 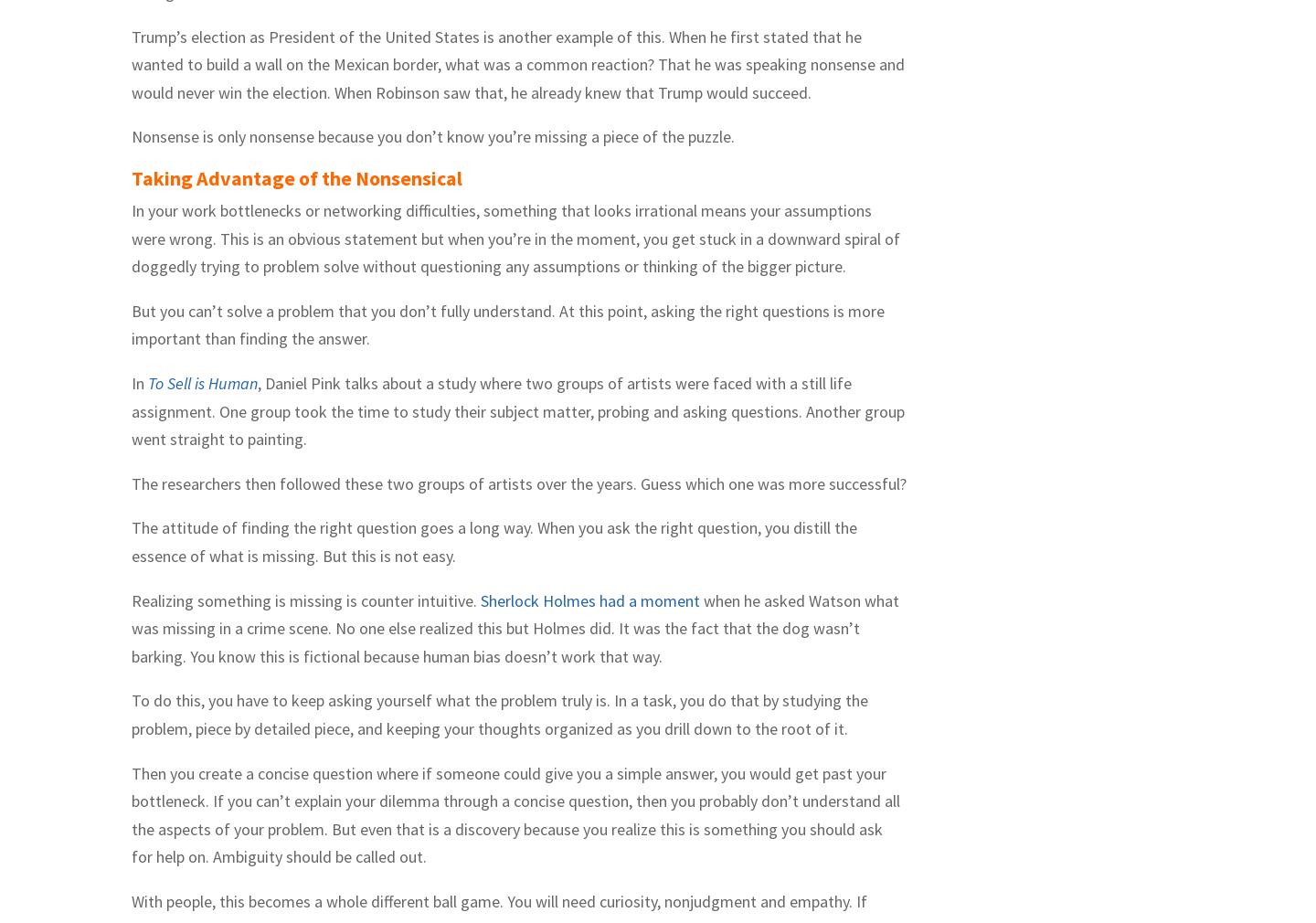 What do you see at coordinates (507, 324) in the screenshot?
I see `'But you can’t solve a problem that you don’t fully understand. At this point, asking the right questions is more important than finding the answer.'` at bounding box center [507, 324].